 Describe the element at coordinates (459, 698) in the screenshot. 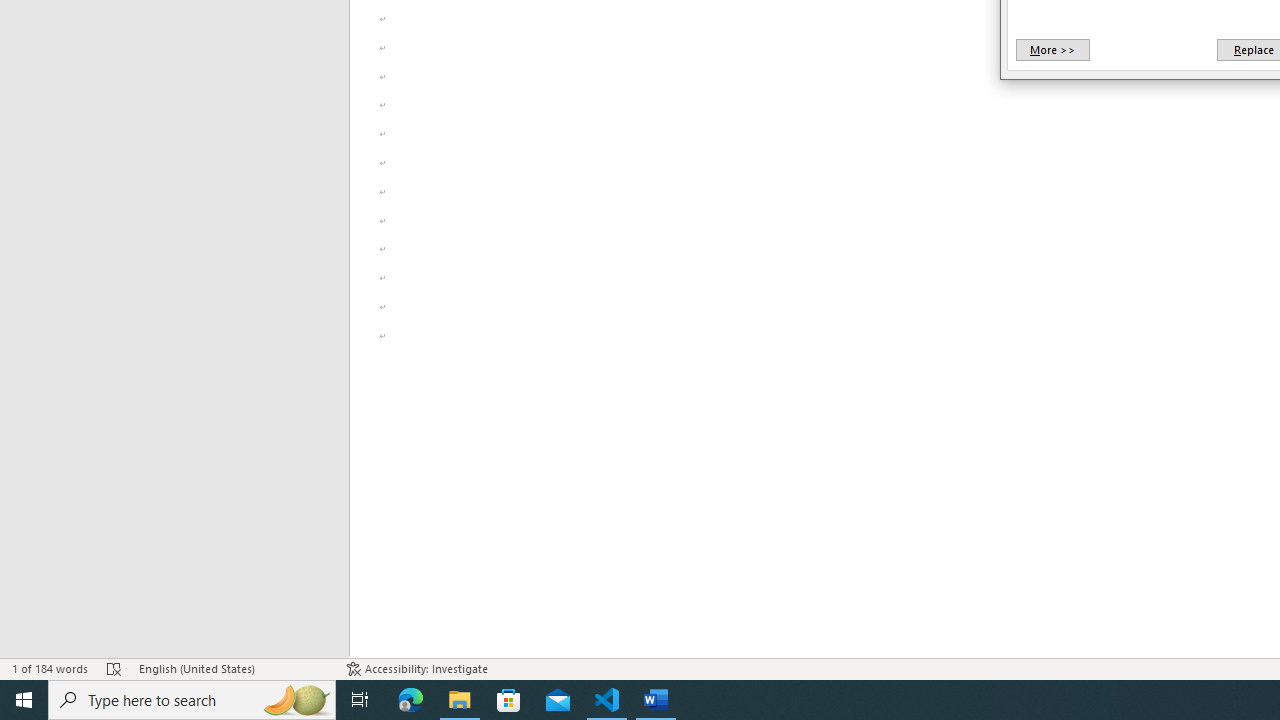

I see `'File Explorer - 1 running window'` at that location.